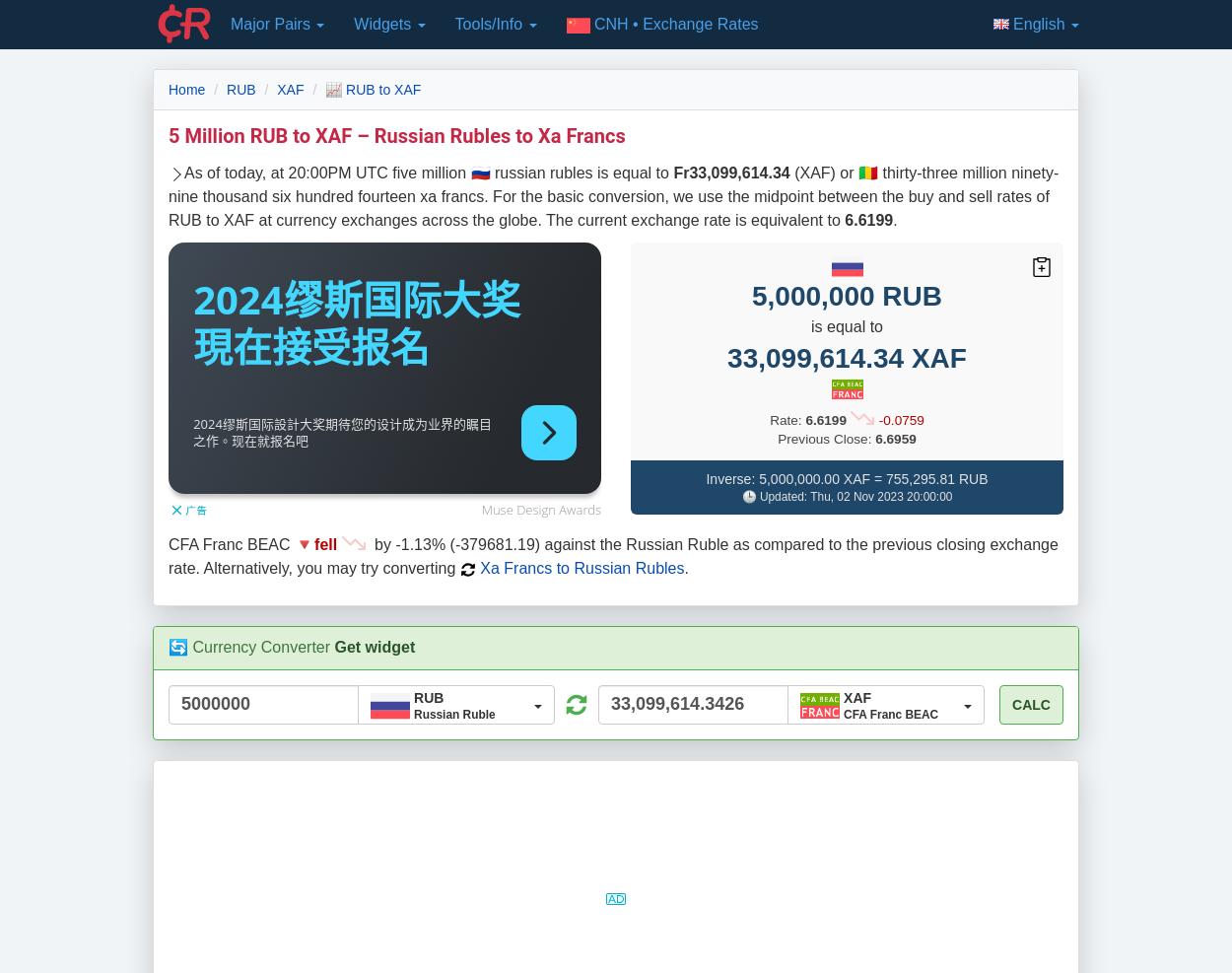 The width and height of the screenshot is (1232, 973). Describe the element at coordinates (778, 437) in the screenshot. I see `'Previous Close:'` at that location.